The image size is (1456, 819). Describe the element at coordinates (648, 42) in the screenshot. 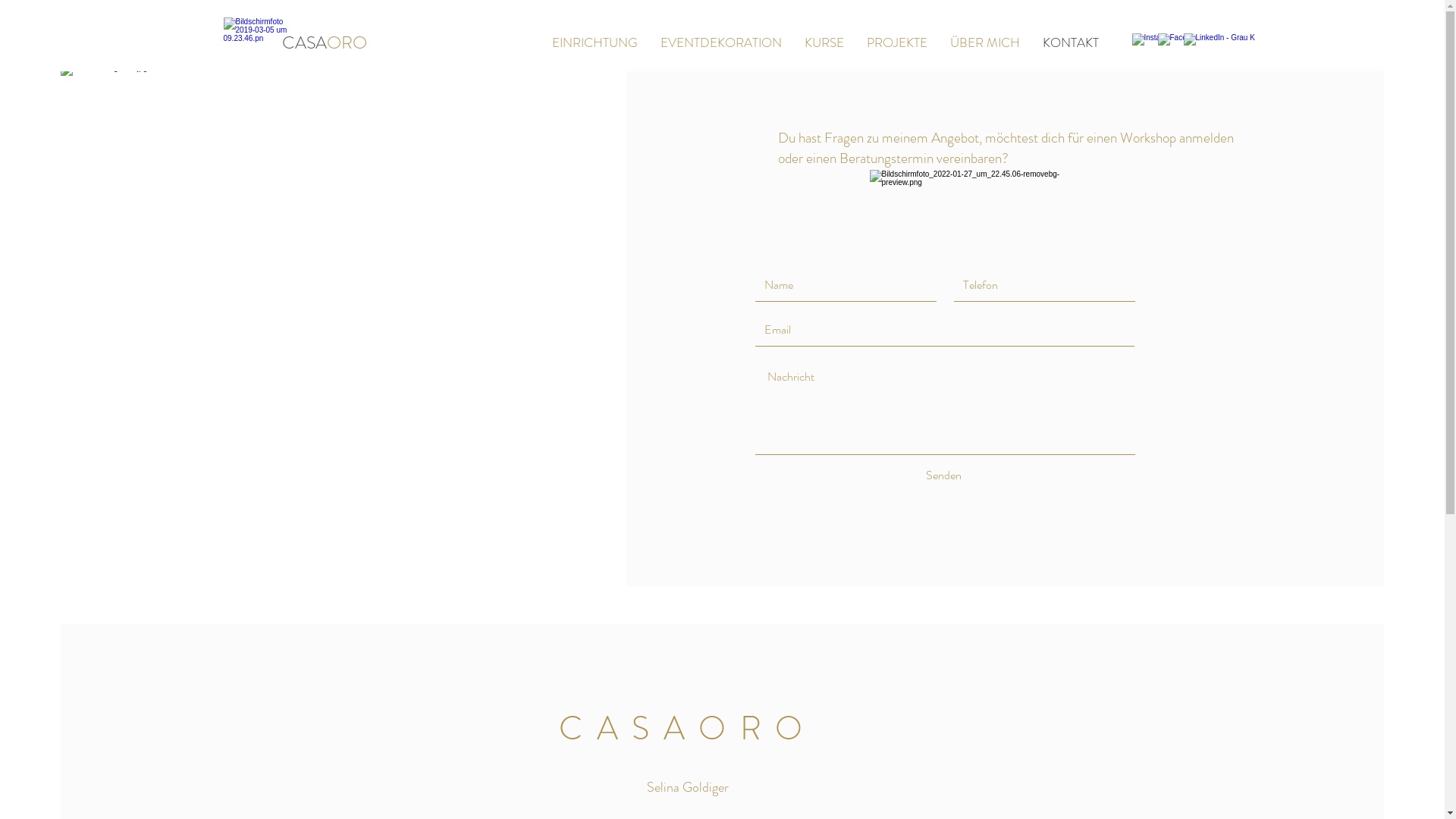

I see `'EVENTDEKORATION'` at that location.